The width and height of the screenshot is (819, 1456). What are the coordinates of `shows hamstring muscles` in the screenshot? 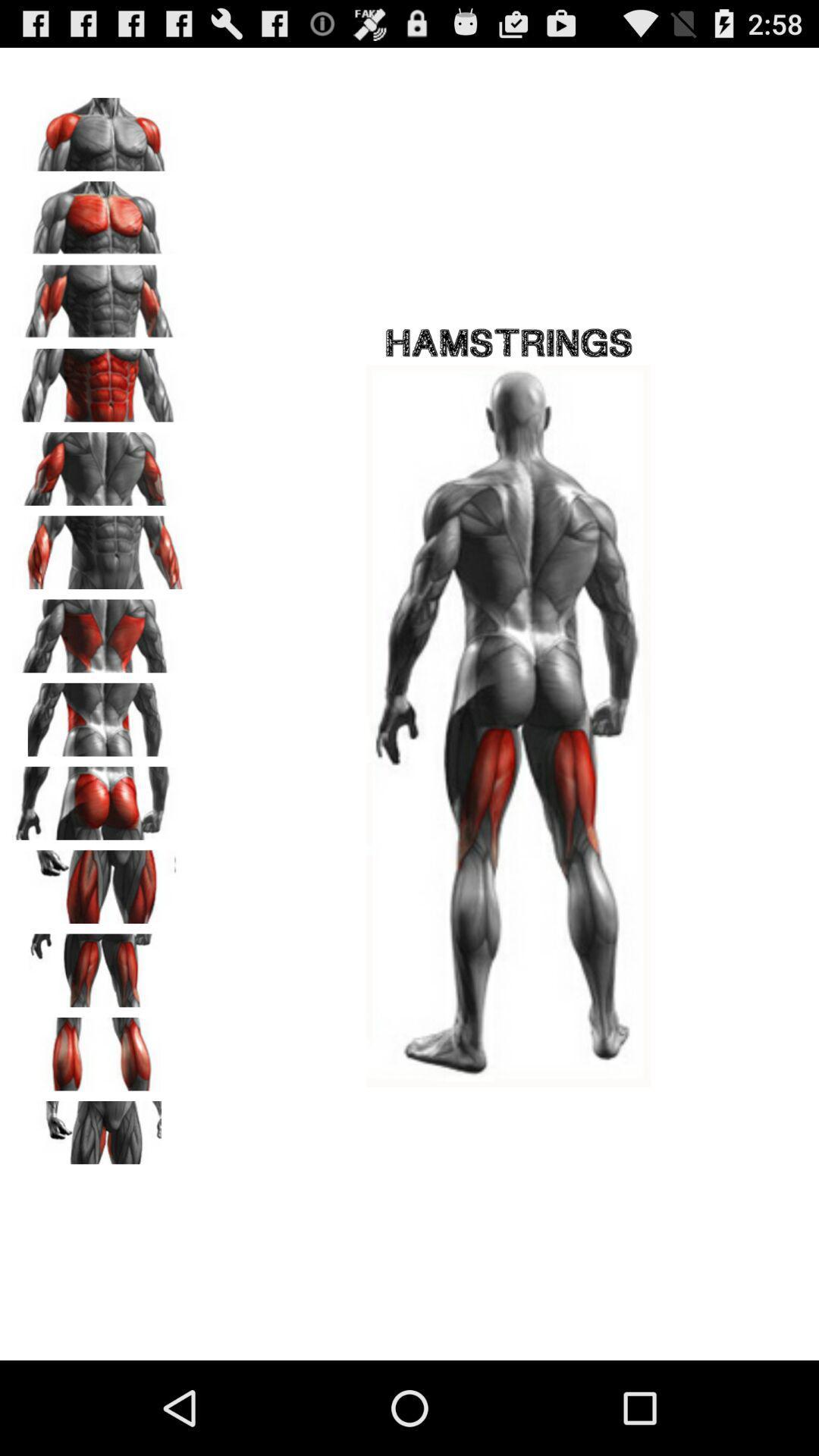 It's located at (99, 631).